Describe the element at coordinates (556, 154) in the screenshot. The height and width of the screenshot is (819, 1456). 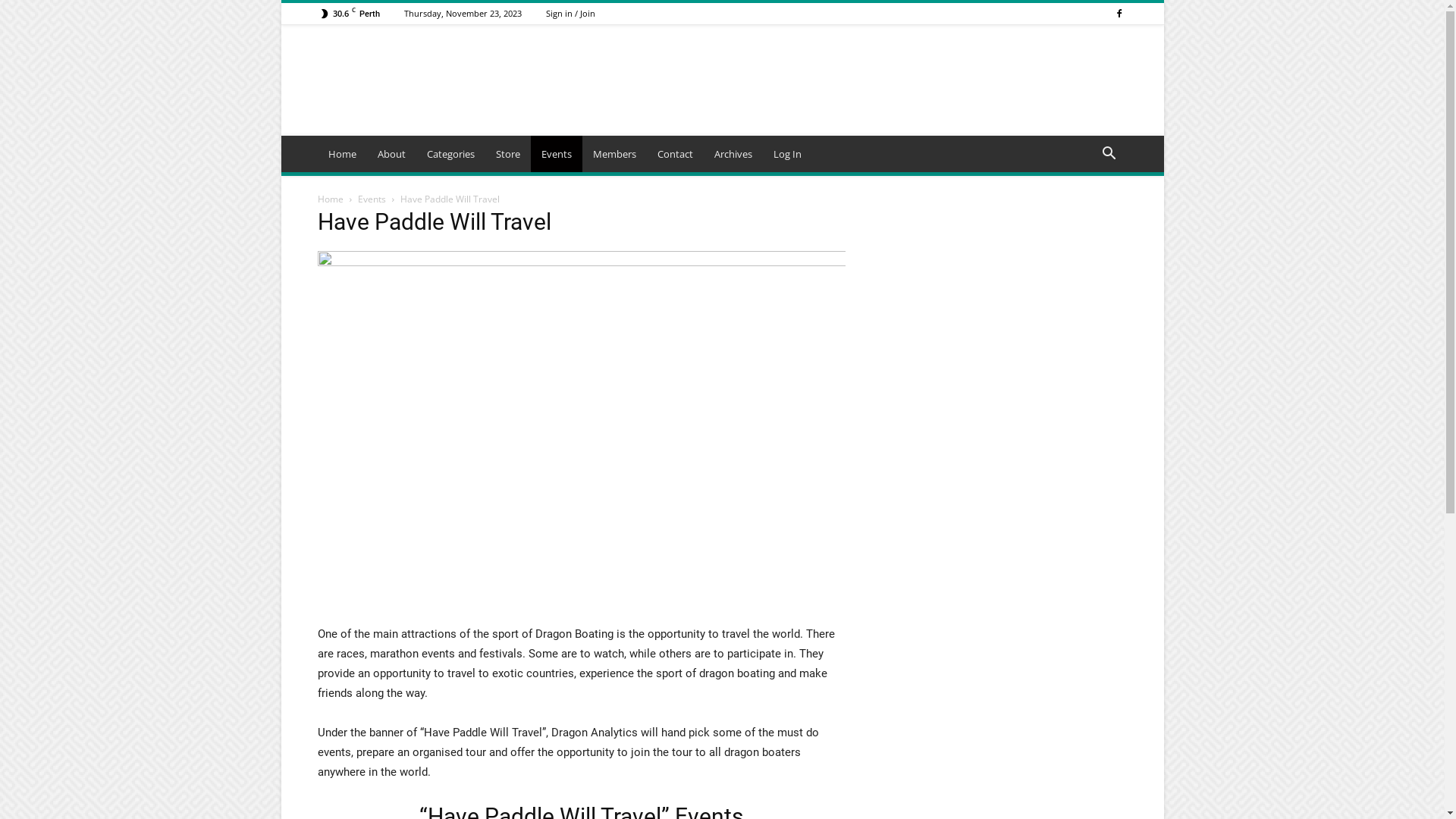
I see `'Events'` at that location.